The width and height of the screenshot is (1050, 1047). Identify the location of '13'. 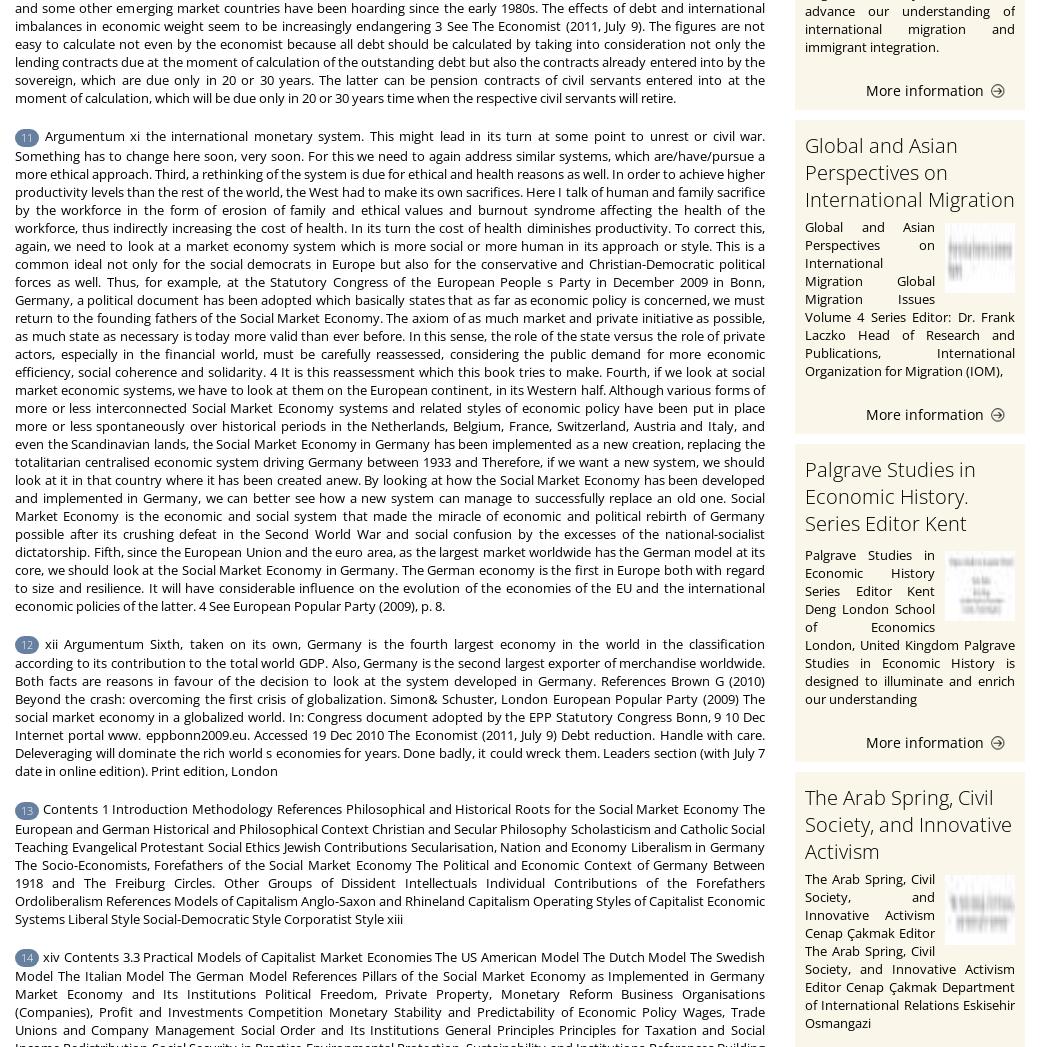
(26, 808).